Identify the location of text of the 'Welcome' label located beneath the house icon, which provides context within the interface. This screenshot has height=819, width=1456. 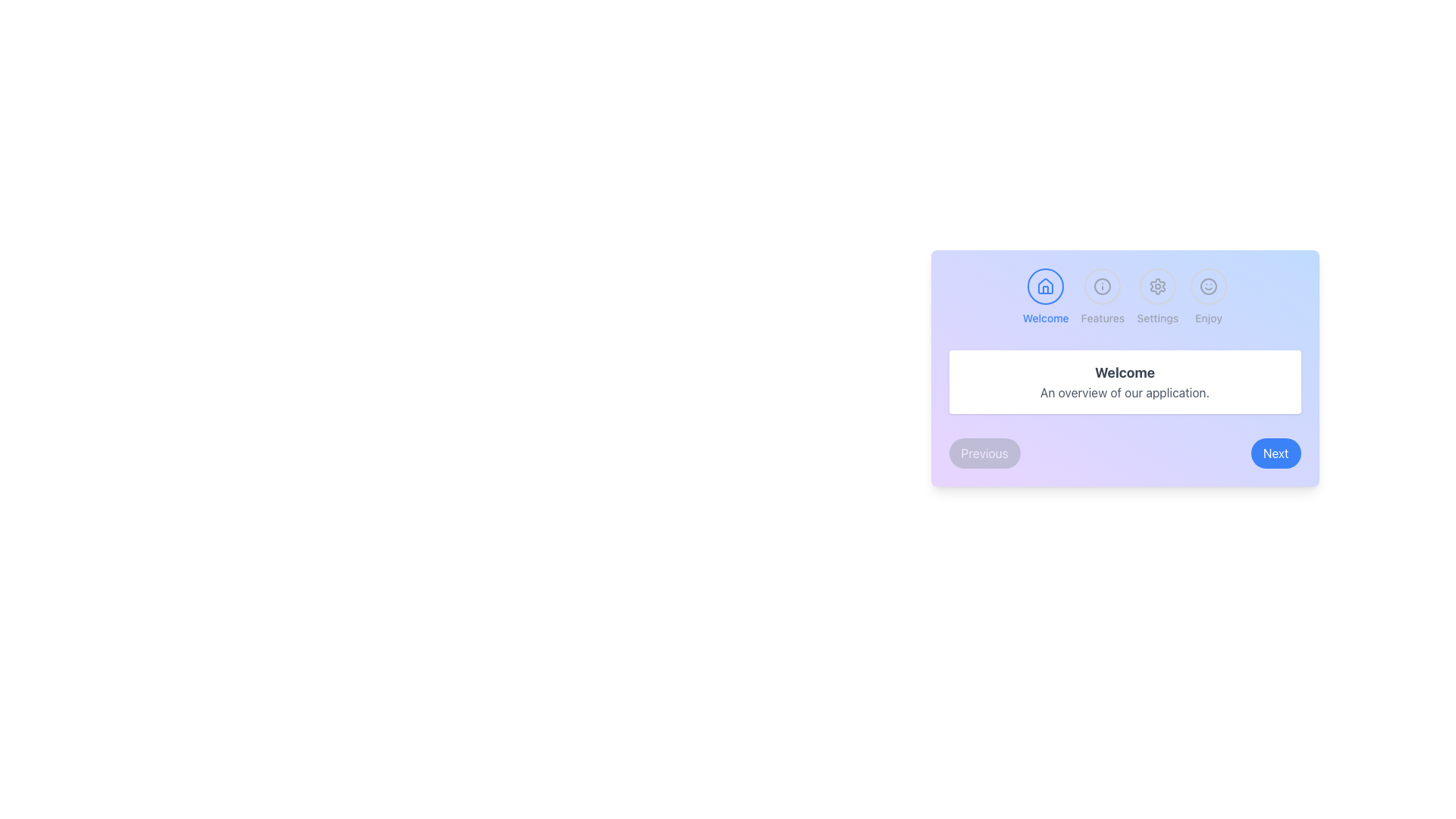
(1045, 318).